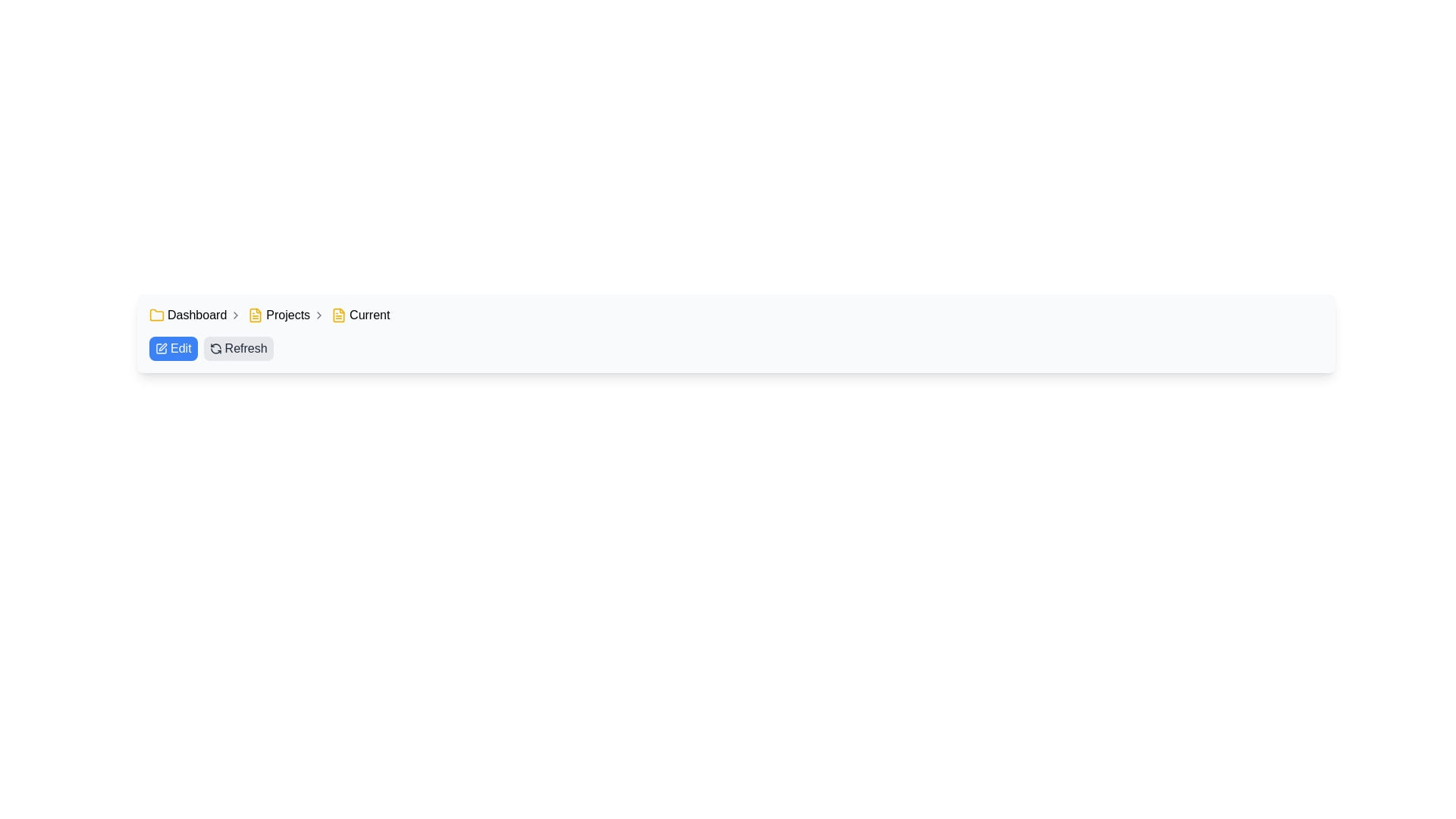 The height and width of the screenshot is (819, 1456). Describe the element at coordinates (215, 348) in the screenshot. I see `the refresh icon located inside the 'Refresh' button in the lower section of the interface toolbar` at that location.